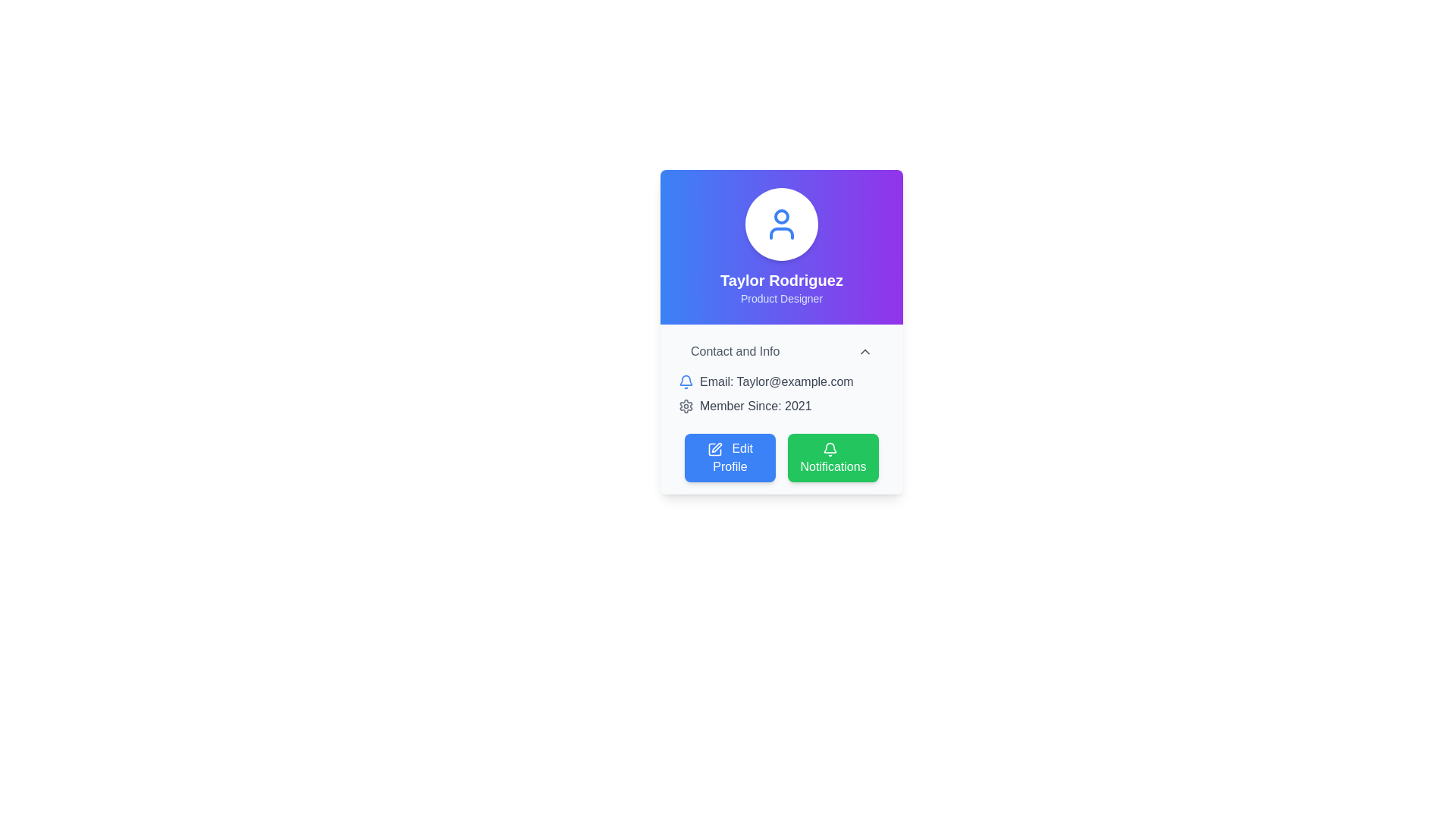 Image resolution: width=1456 pixels, height=819 pixels. Describe the element at coordinates (686, 406) in the screenshot. I see `the gear-shaped icon located in the bottom-right section of the interface` at that location.